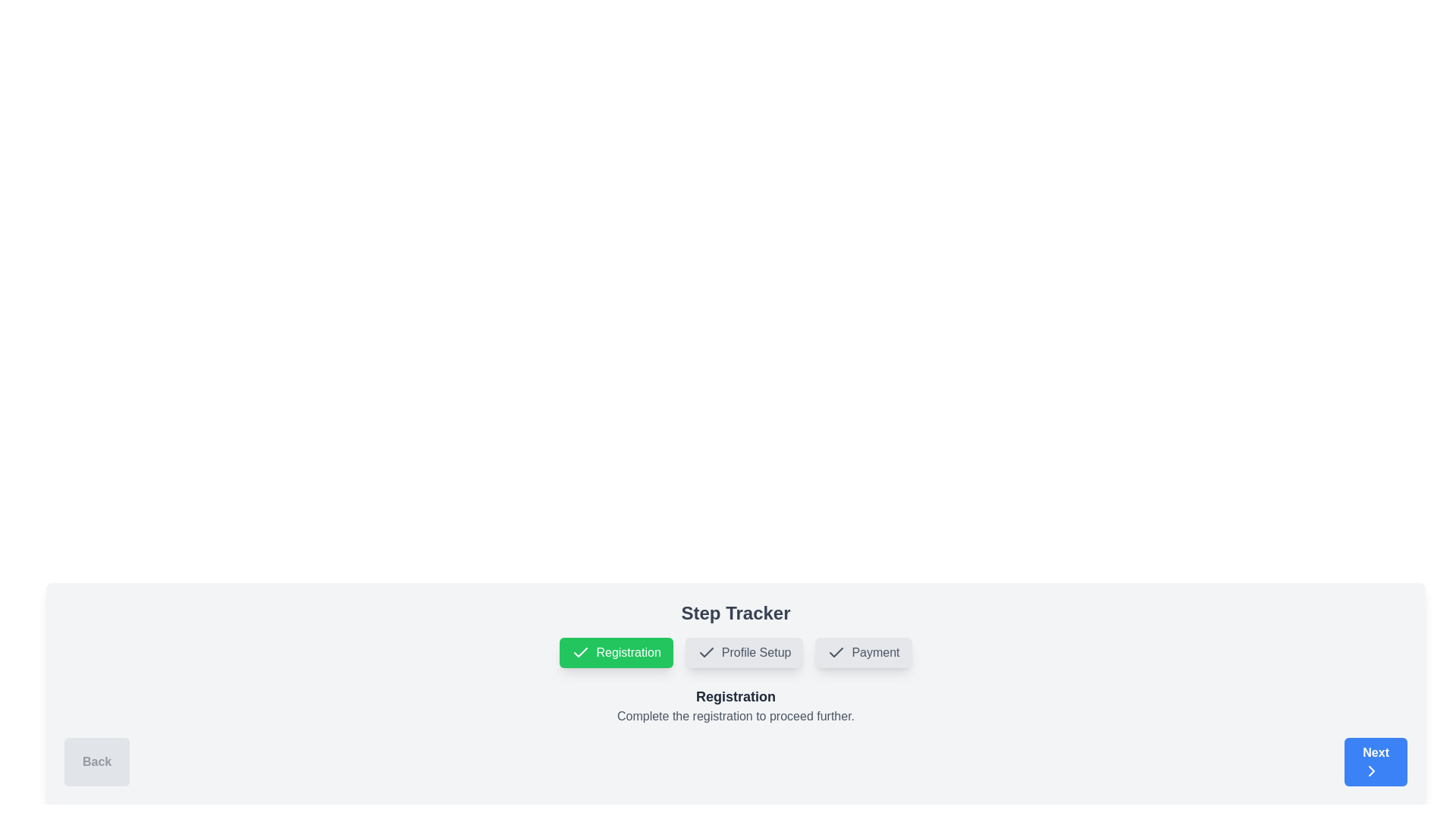 The width and height of the screenshot is (1456, 819). I want to click on the green rectangular button labeled 'Registration' with a white checkmark icon, so click(617, 651).